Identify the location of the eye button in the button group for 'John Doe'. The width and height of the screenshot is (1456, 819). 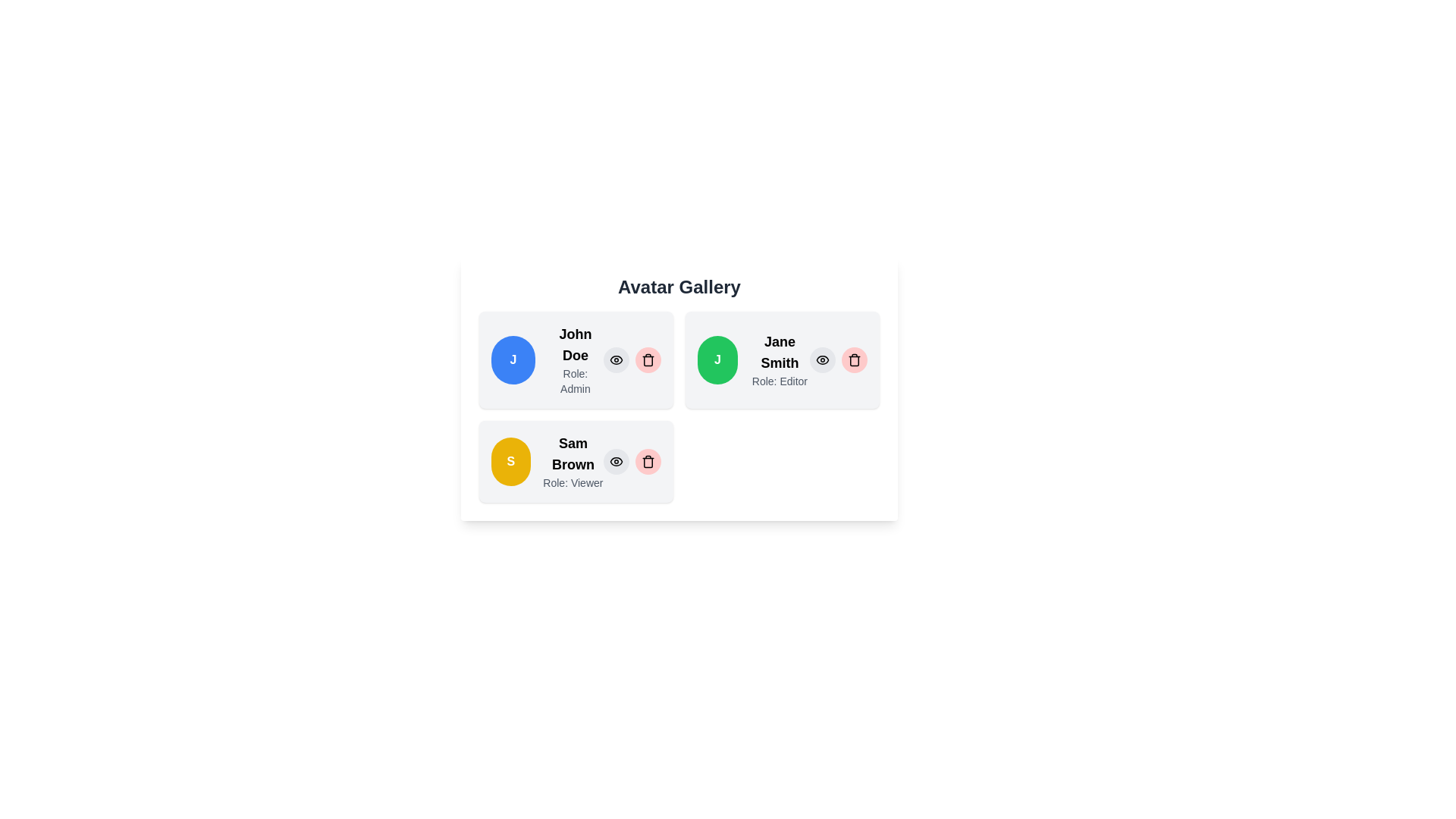
(632, 359).